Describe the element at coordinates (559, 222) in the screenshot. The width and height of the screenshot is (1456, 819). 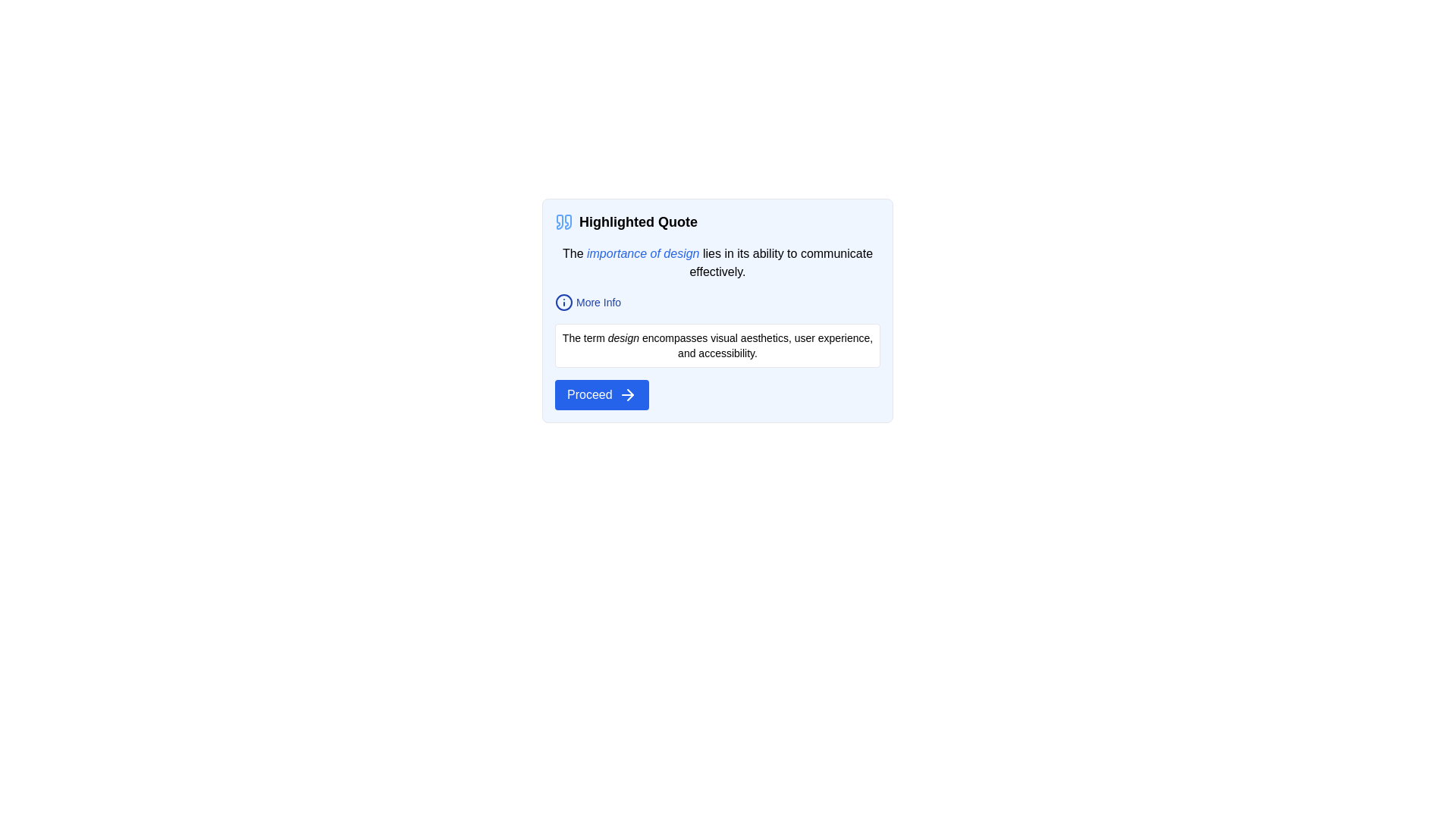
I see `the left quotation mark SVG element located in the title section of the card that highlights a quote` at that location.